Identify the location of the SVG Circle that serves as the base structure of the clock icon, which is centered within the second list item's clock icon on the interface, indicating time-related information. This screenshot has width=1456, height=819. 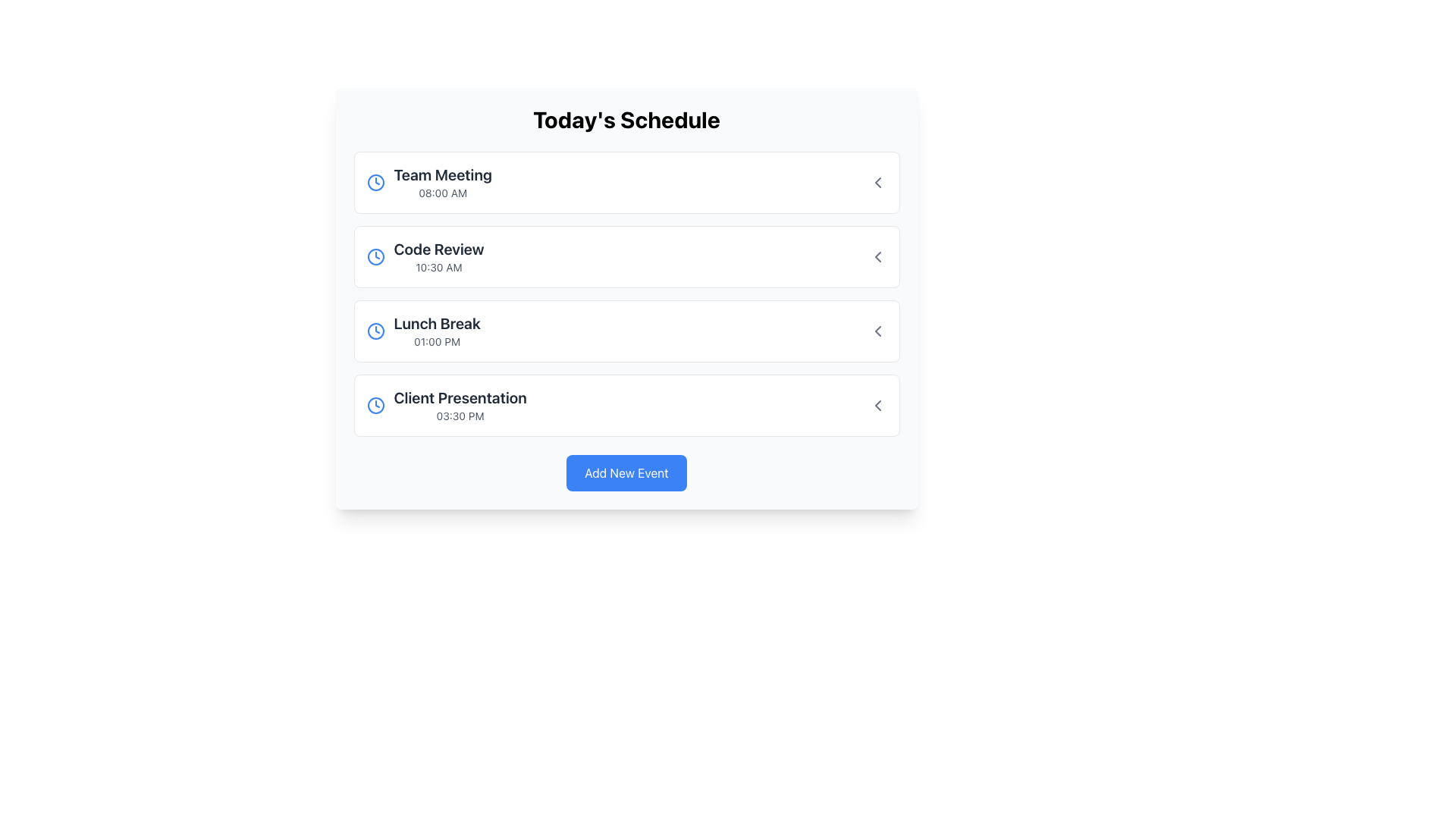
(375, 256).